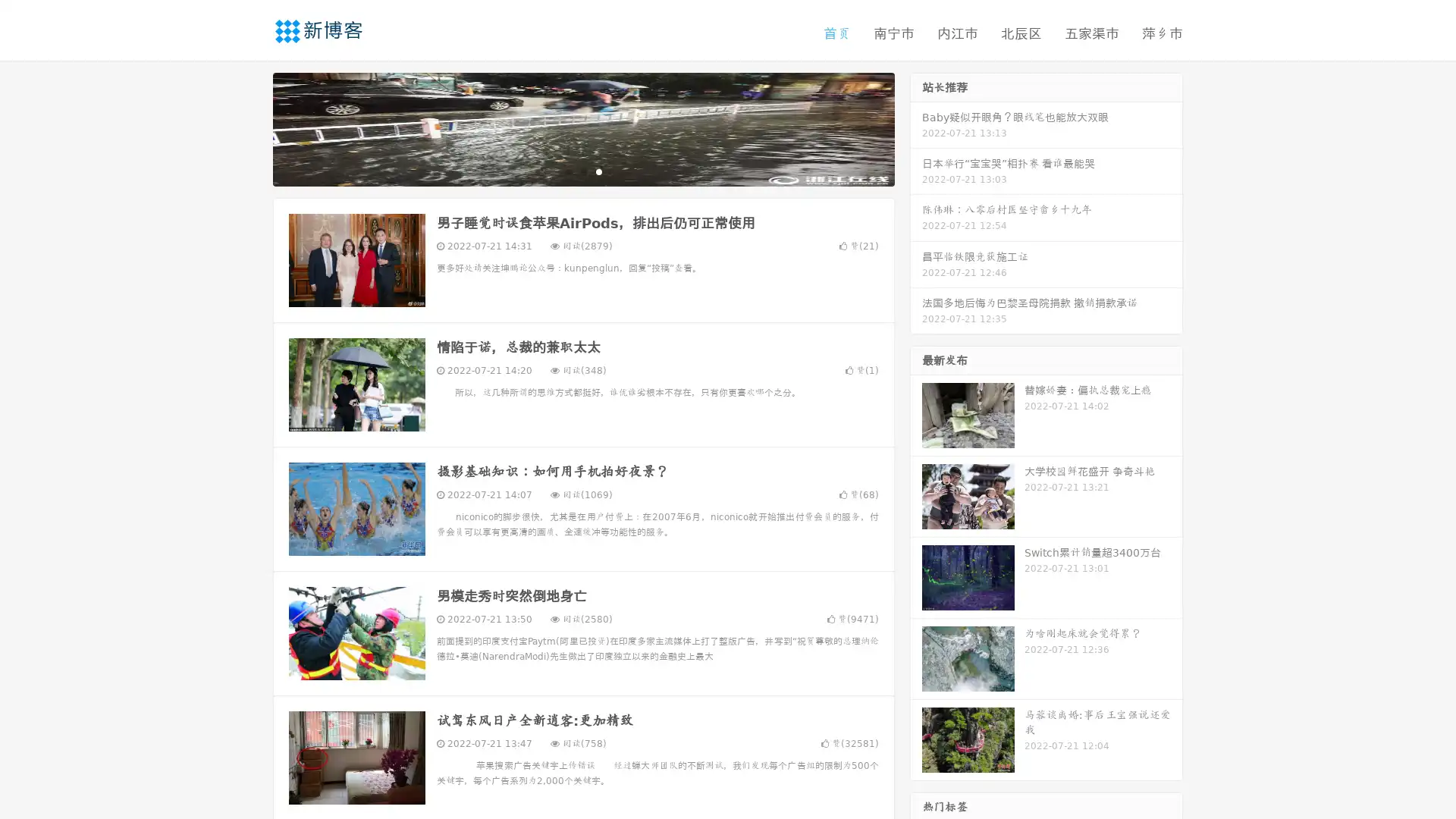 The height and width of the screenshot is (819, 1456). What do you see at coordinates (582, 171) in the screenshot?
I see `Go to slide 2` at bounding box center [582, 171].